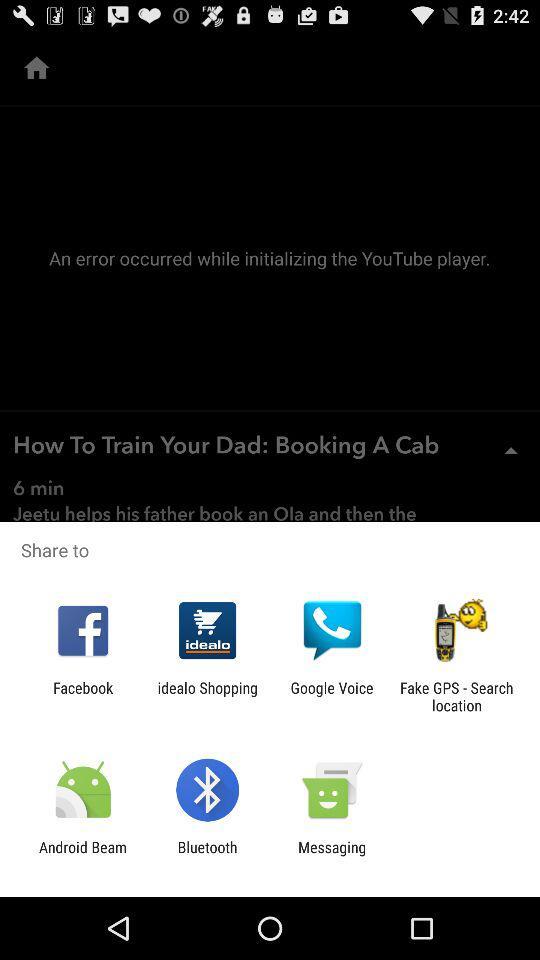 The width and height of the screenshot is (540, 960). Describe the element at coordinates (206, 696) in the screenshot. I see `the item next to google voice` at that location.